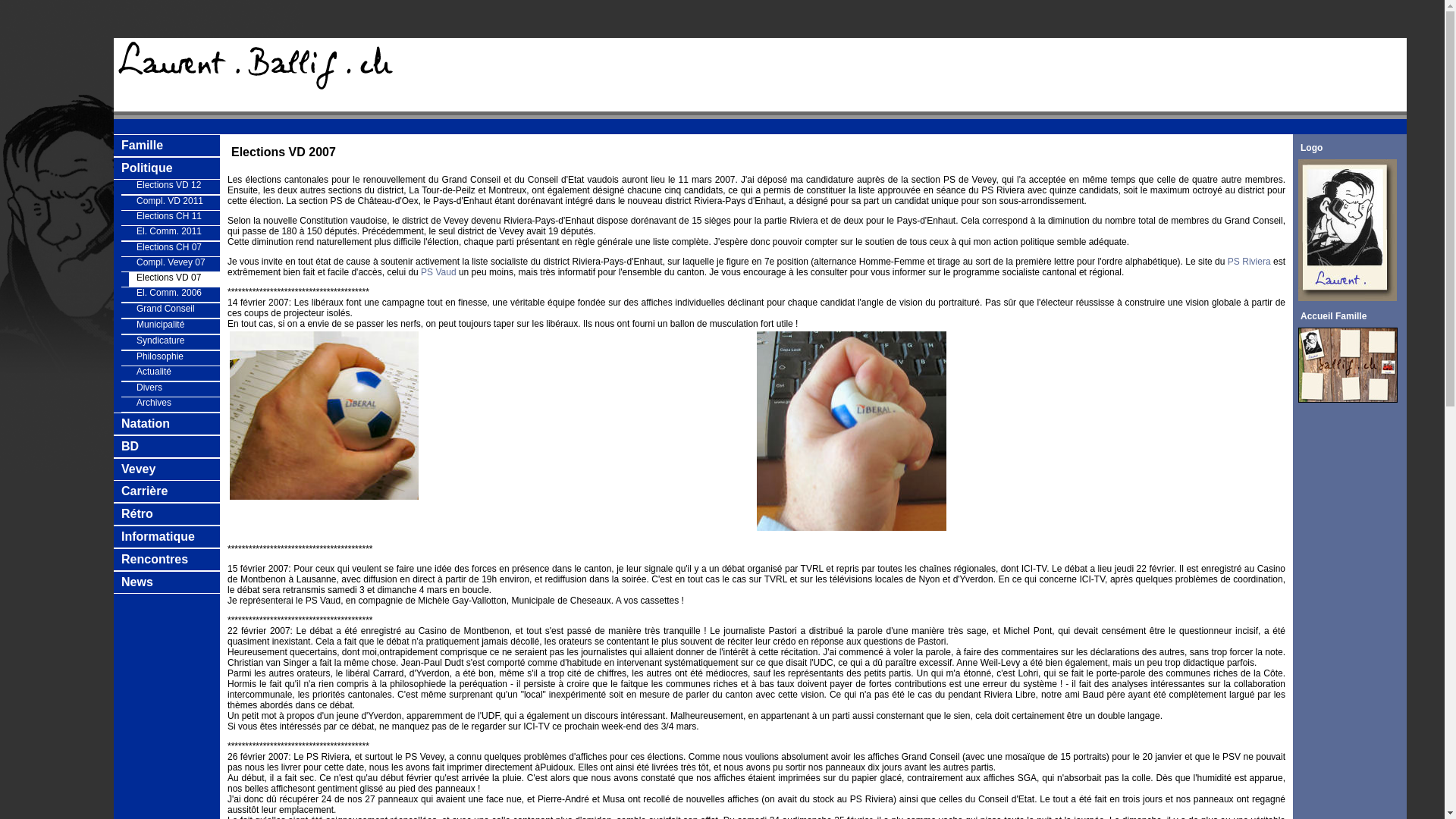 This screenshot has height=819, width=1456. Describe the element at coordinates (177, 356) in the screenshot. I see `'Philosophie'` at that location.